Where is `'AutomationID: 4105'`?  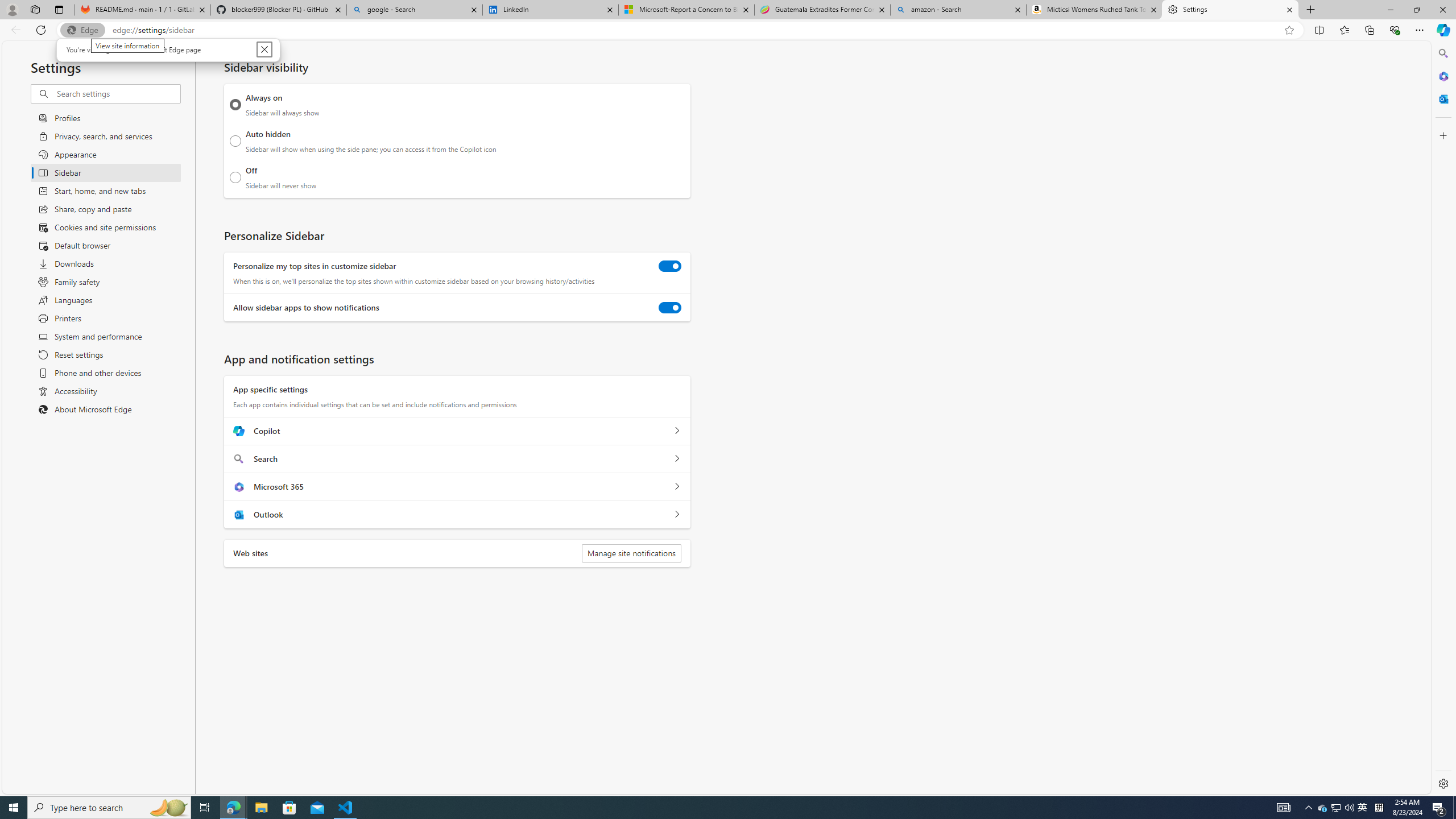 'AutomationID: 4105' is located at coordinates (1283, 806).